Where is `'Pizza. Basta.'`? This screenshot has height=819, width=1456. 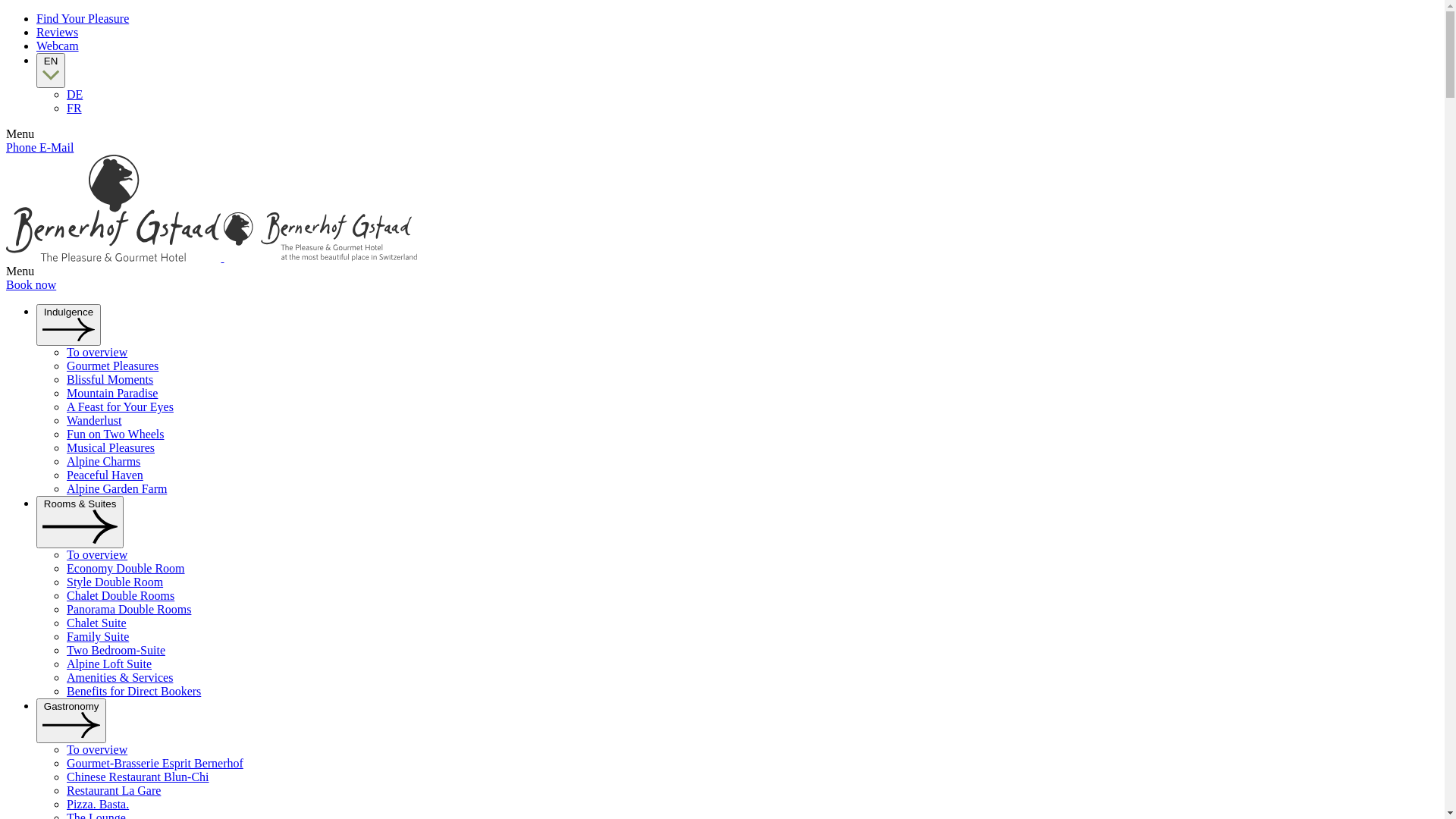 'Pizza. Basta.' is located at coordinates (97, 803).